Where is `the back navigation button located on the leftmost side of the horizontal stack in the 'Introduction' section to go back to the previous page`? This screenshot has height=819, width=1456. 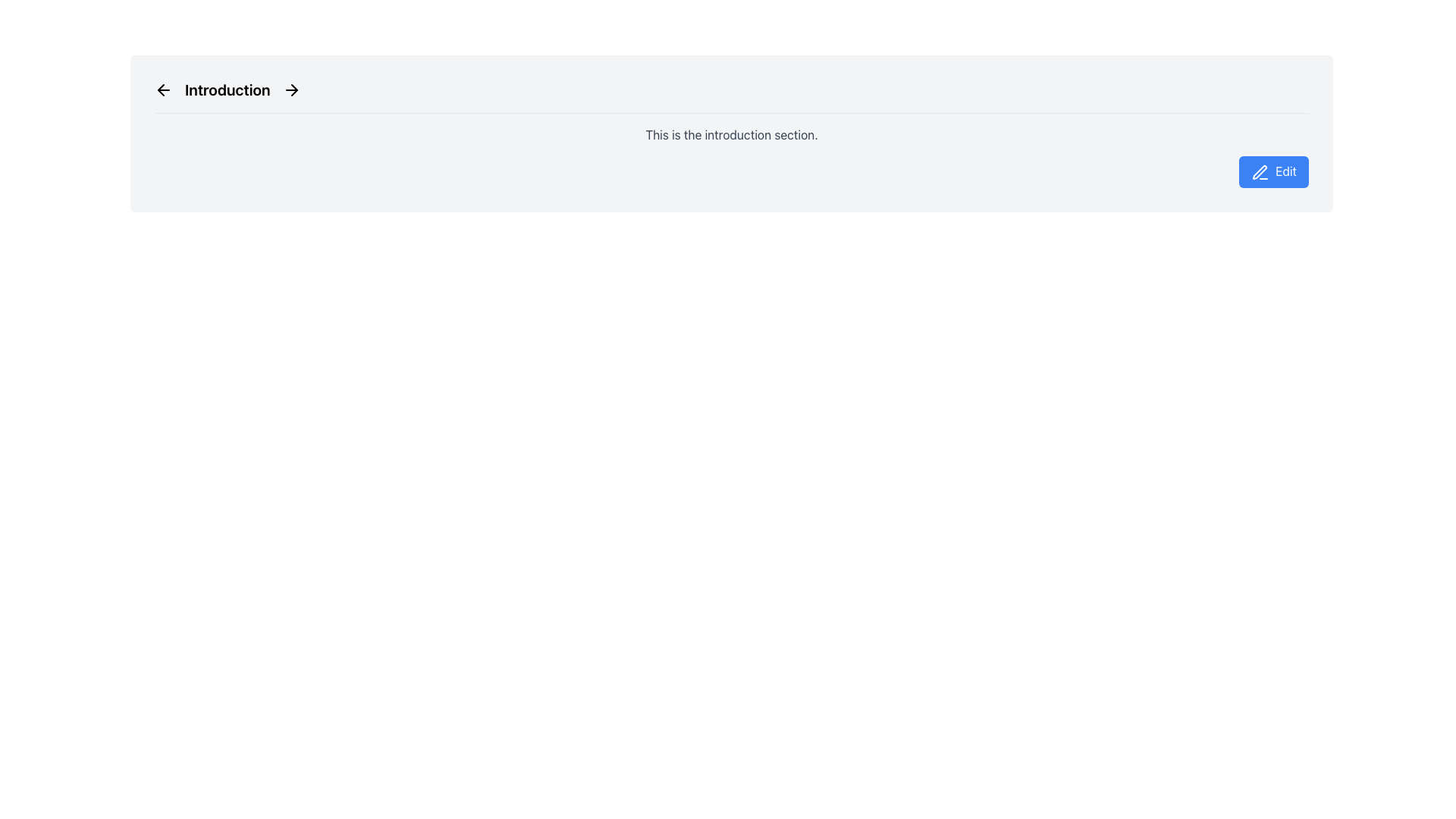
the back navigation button located on the leftmost side of the horizontal stack in the 'Introduction' section to go back to the previous page is located at coordinates (164, 90).